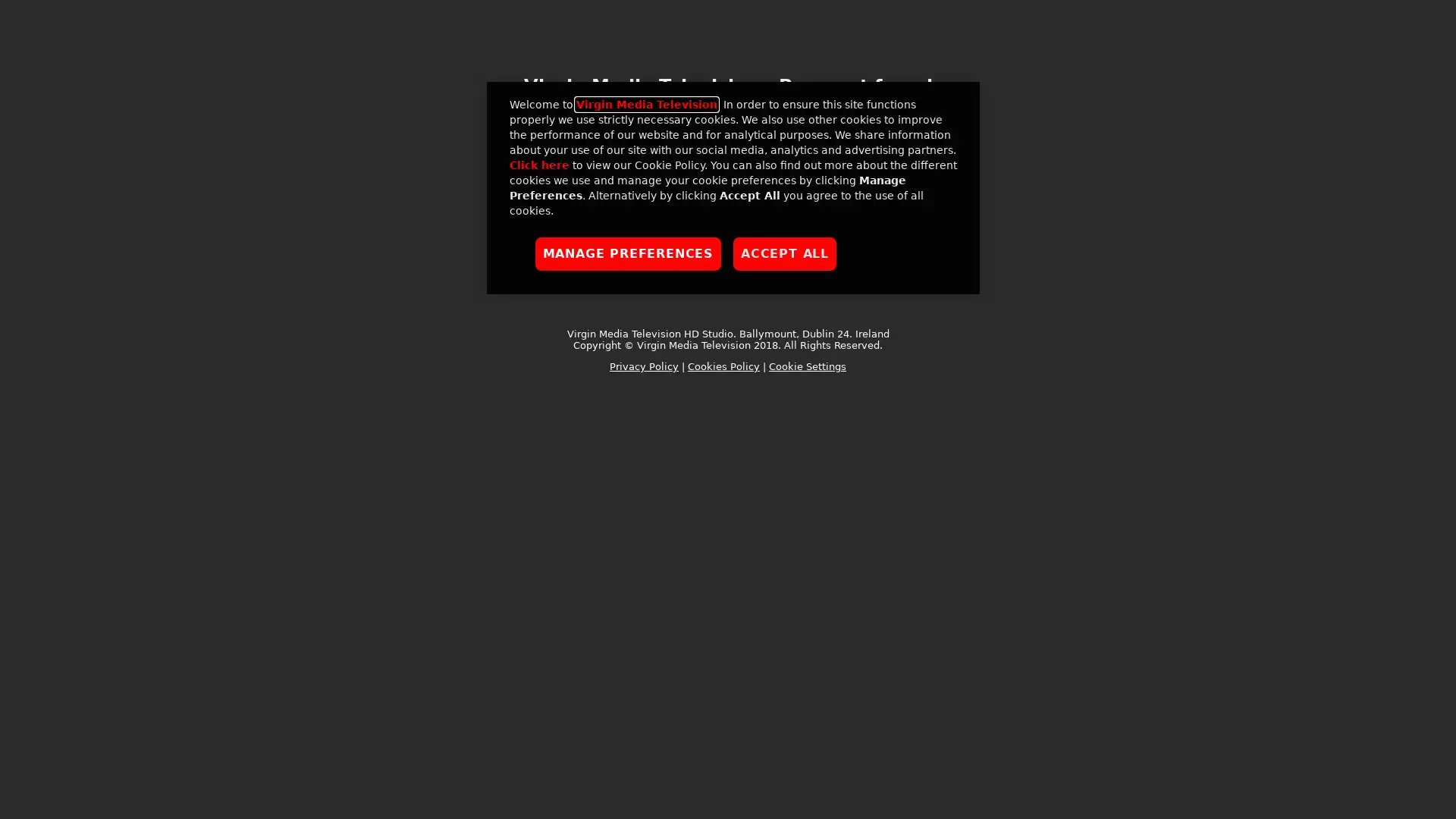 This screenshot has height=819, width=1456. What do you see at coordinates (785, 253) in the screenshot?
I see `ACCEPT ALL` at bounding box center [785, 253].